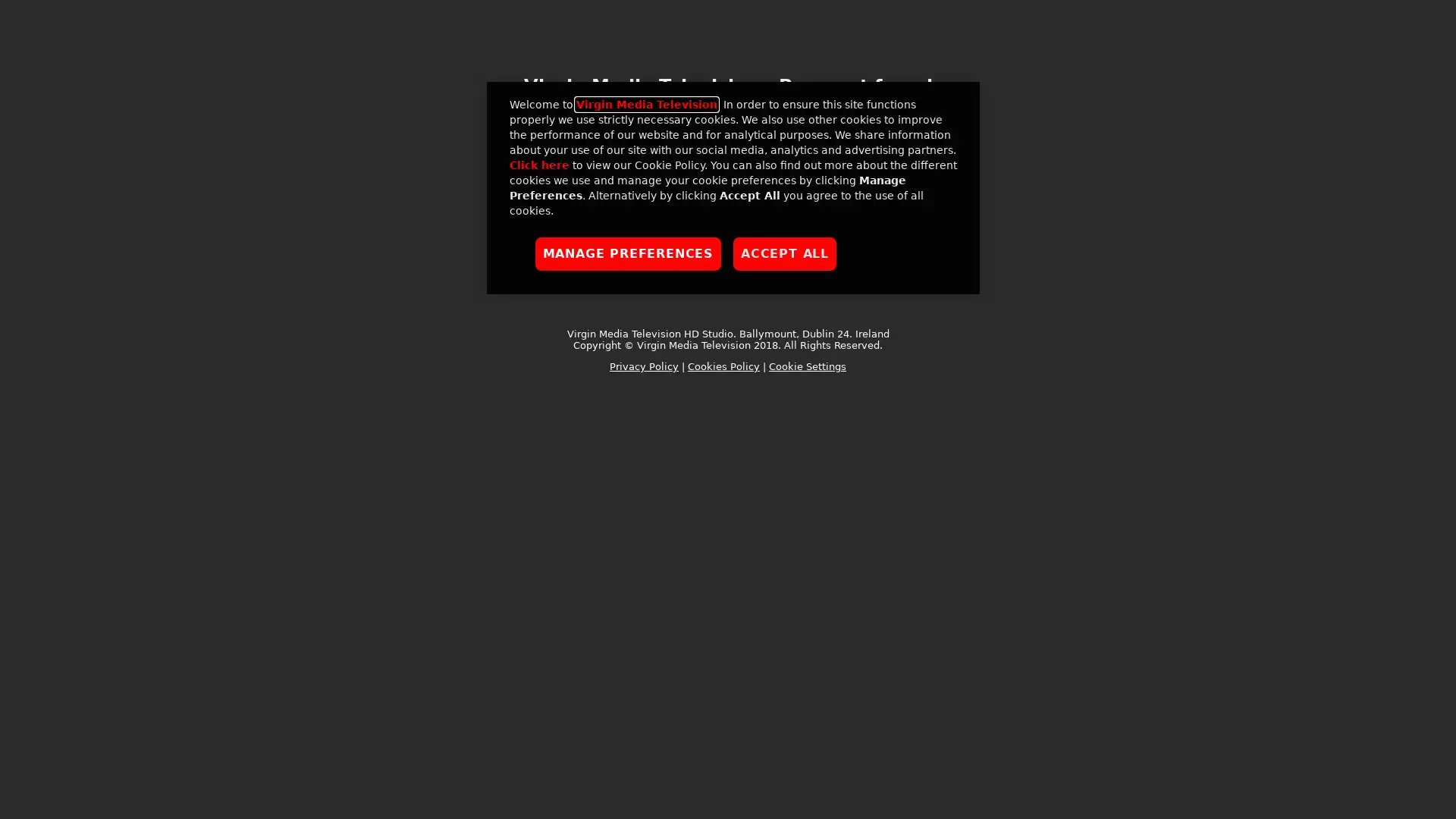 This screenshot has height=819, width=1456. What do you see at coordinates (785, 253) in the screenshot?
I see `ACCEPT ALL` at bounding box center [785, 253].